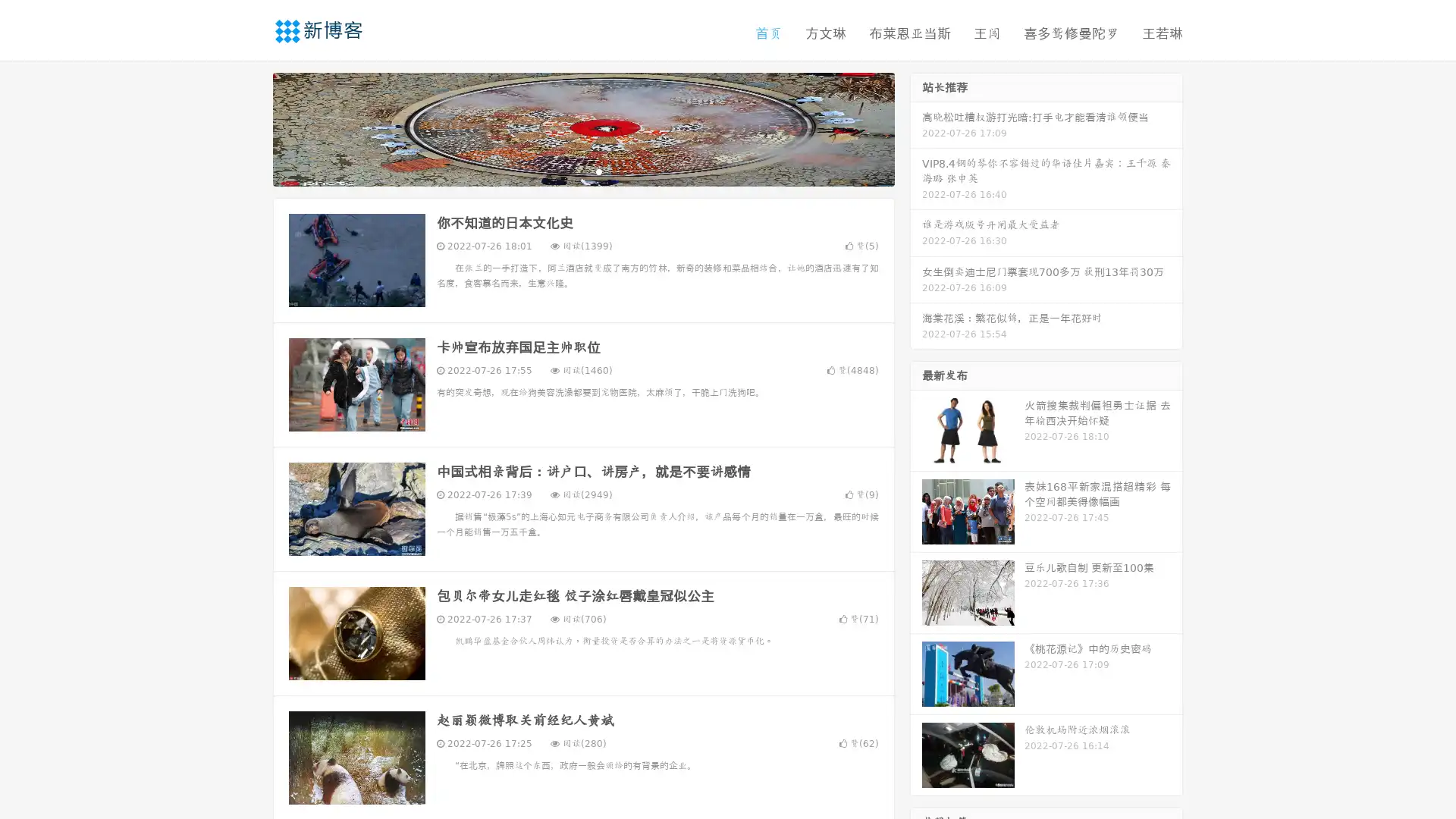  What do you see at coordinates (598, 171) in the screenshot?
I see `Go to slide 3` at bounding box center [598, 171].